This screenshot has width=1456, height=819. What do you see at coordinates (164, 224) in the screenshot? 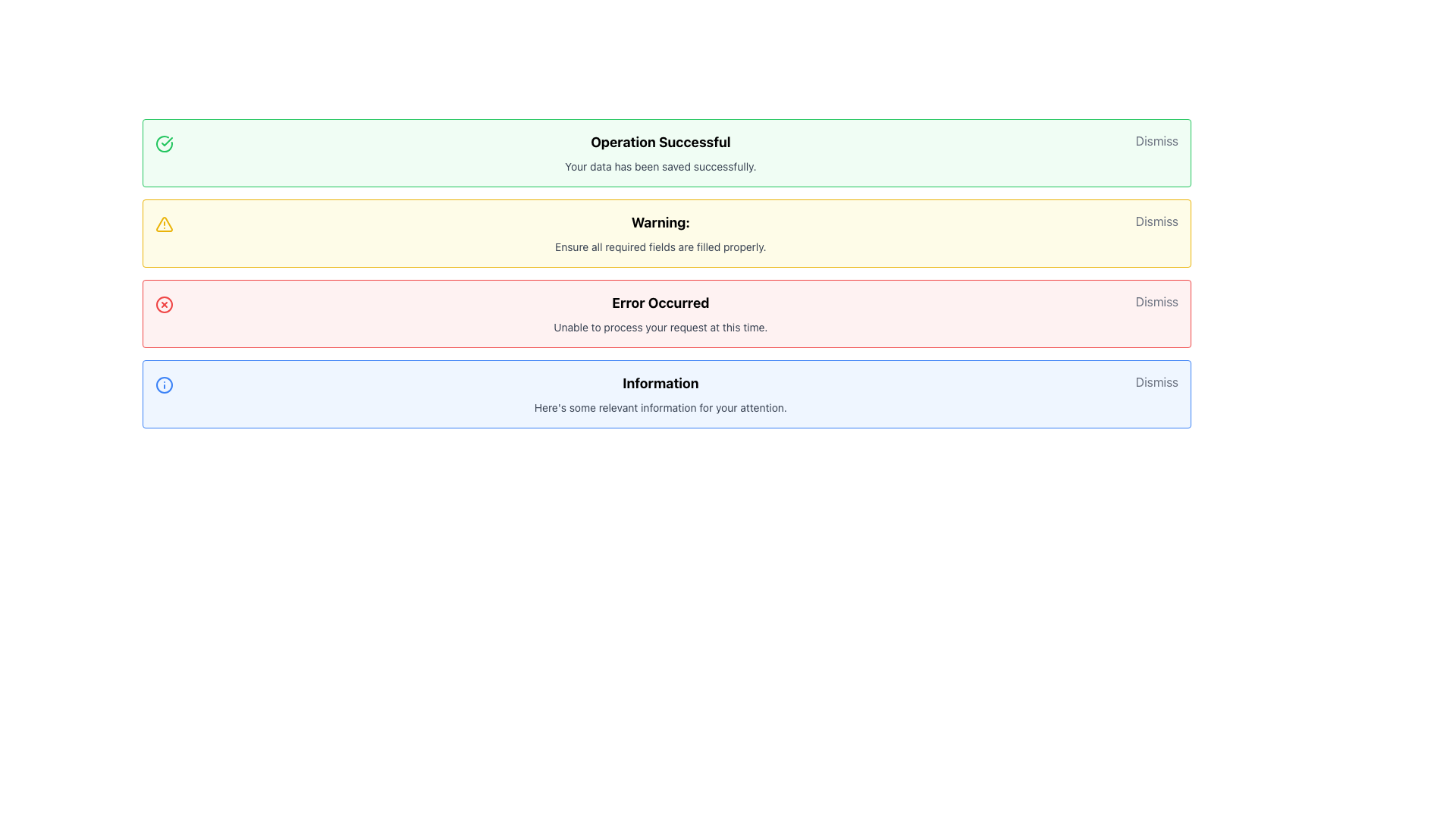
I see `the triangular warning icon with a yellow border and exclamation mark located to the left of the warning text 'Warning: Ensure all required fields are filled properly.'` at bounding box center [164, 224].